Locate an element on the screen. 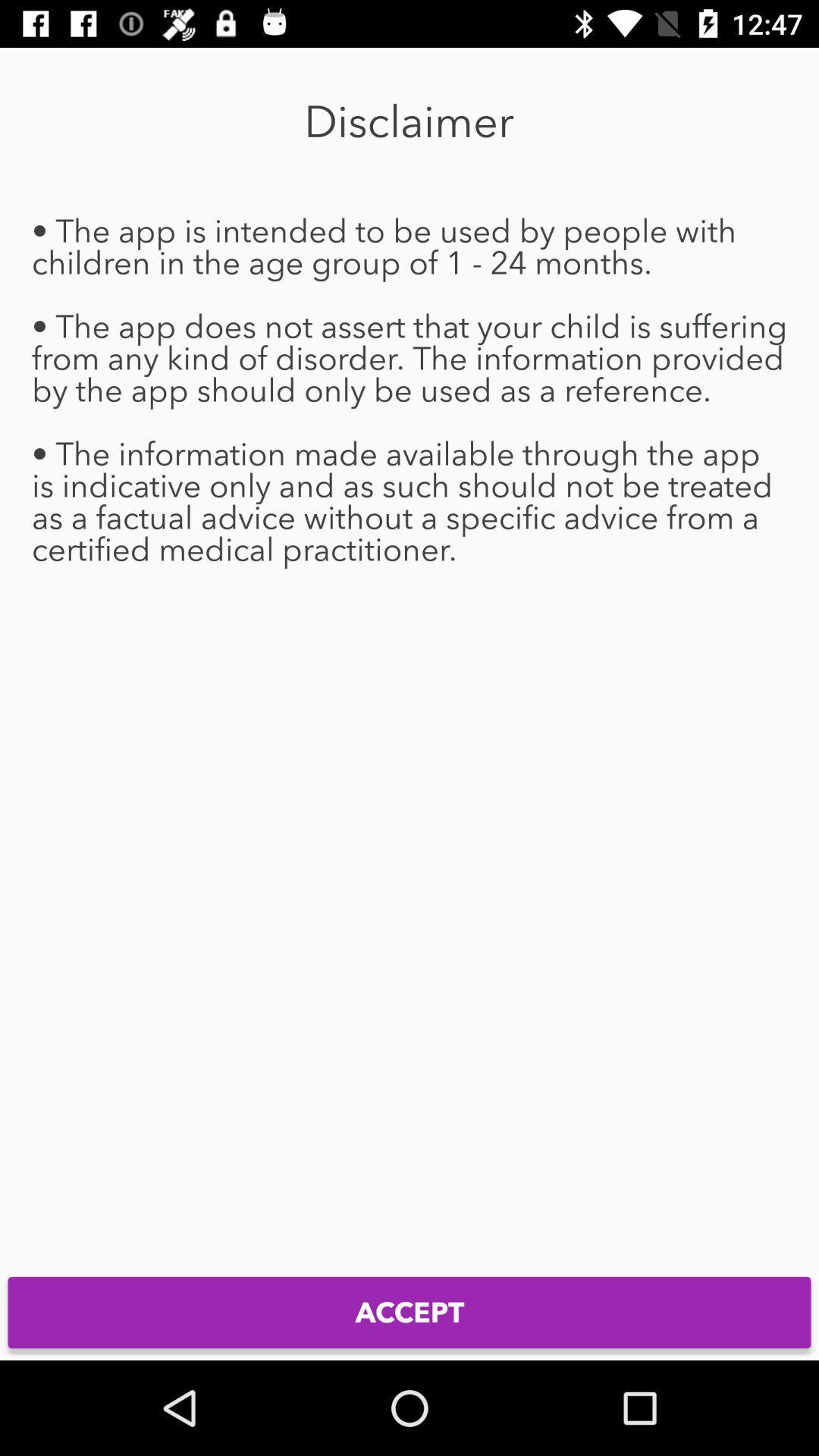  accept item is located at coordinates (409, 1312).